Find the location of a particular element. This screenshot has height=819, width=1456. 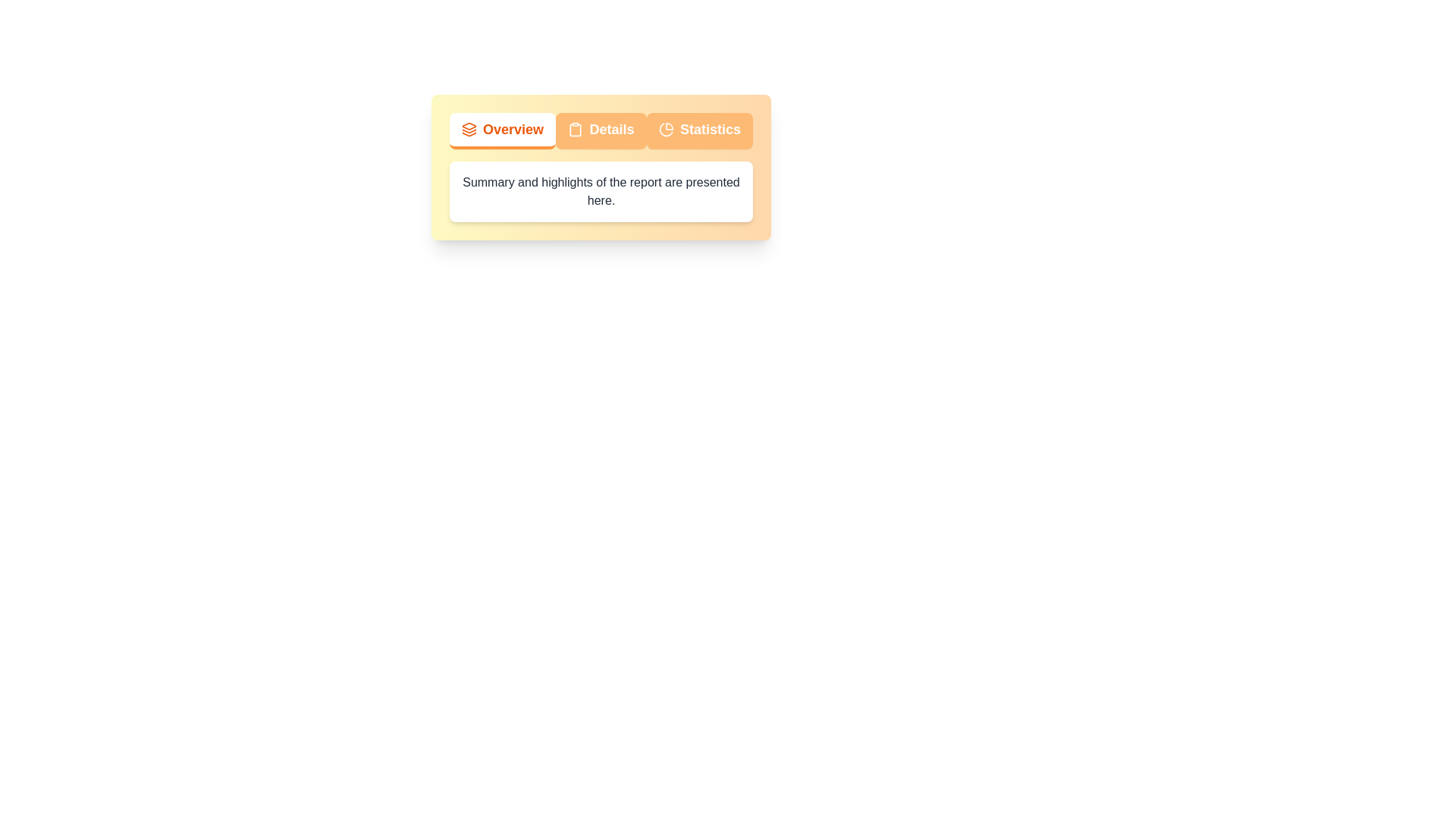

the 'Details' tab icon within the navigation menu, which represents the section's theme is located at coordinates (575, 129).